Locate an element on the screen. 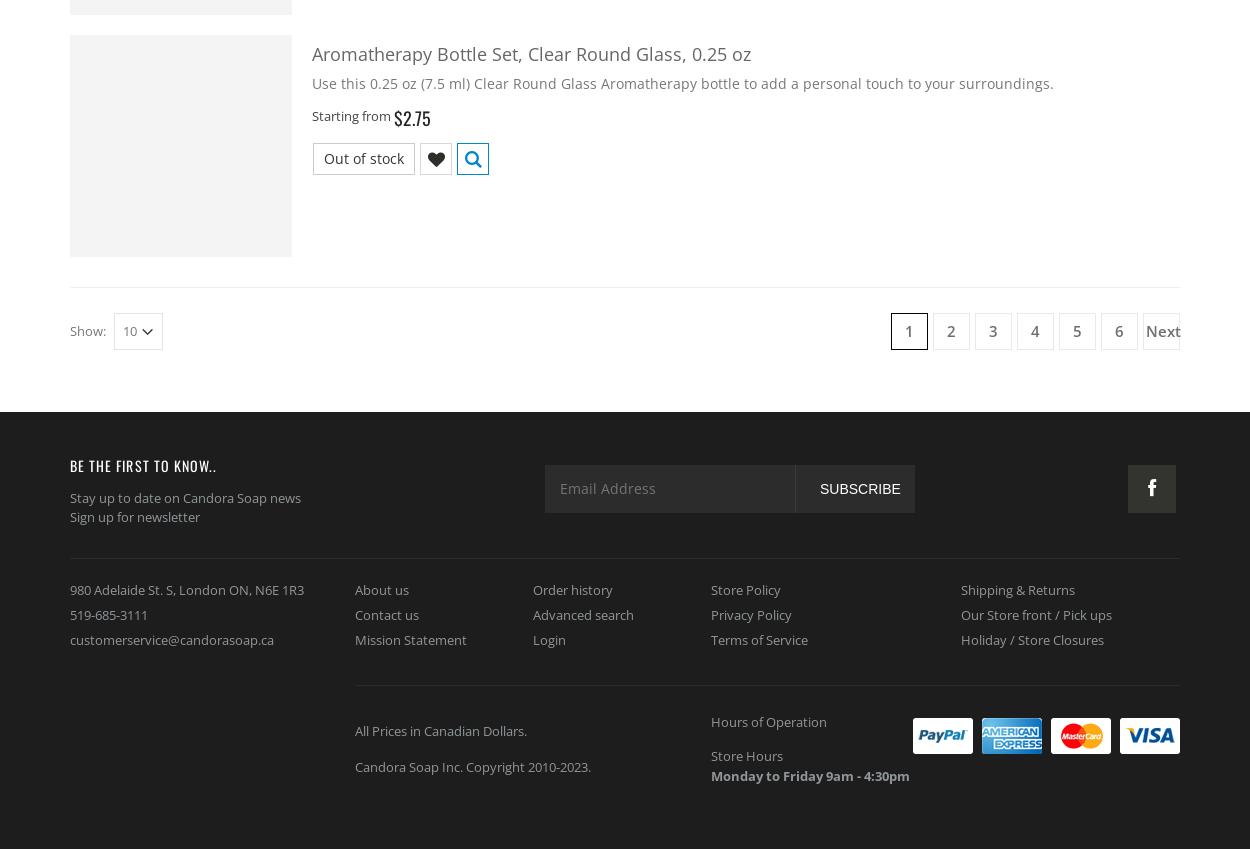 The height and width of the screenshot is (849, 1250). 'Monday to Friday 9am - 4:30pm' is located at coordinates (710, 773).